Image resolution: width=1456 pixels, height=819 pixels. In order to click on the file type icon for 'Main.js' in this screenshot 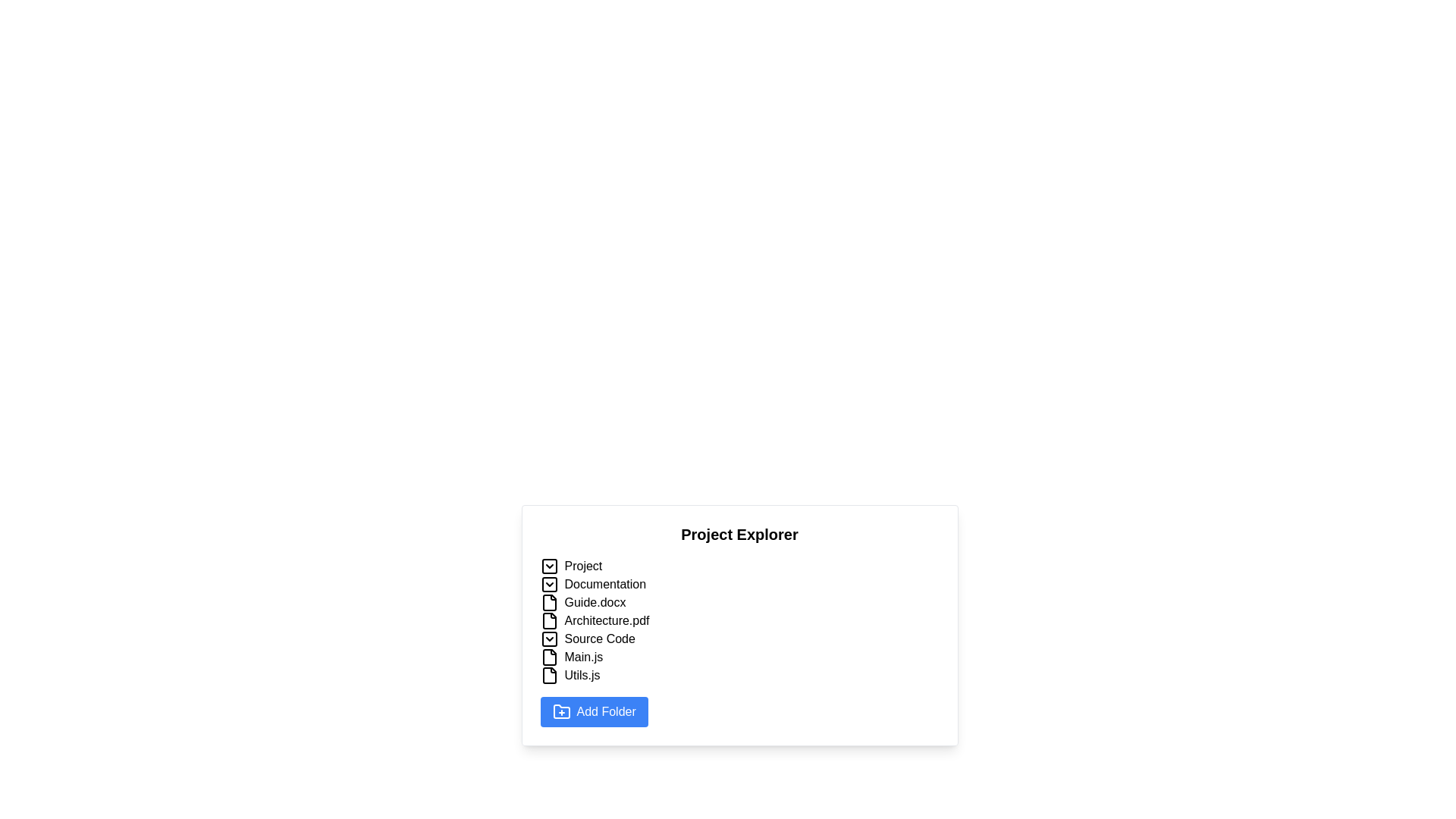, I will do `click(548, 657)`.